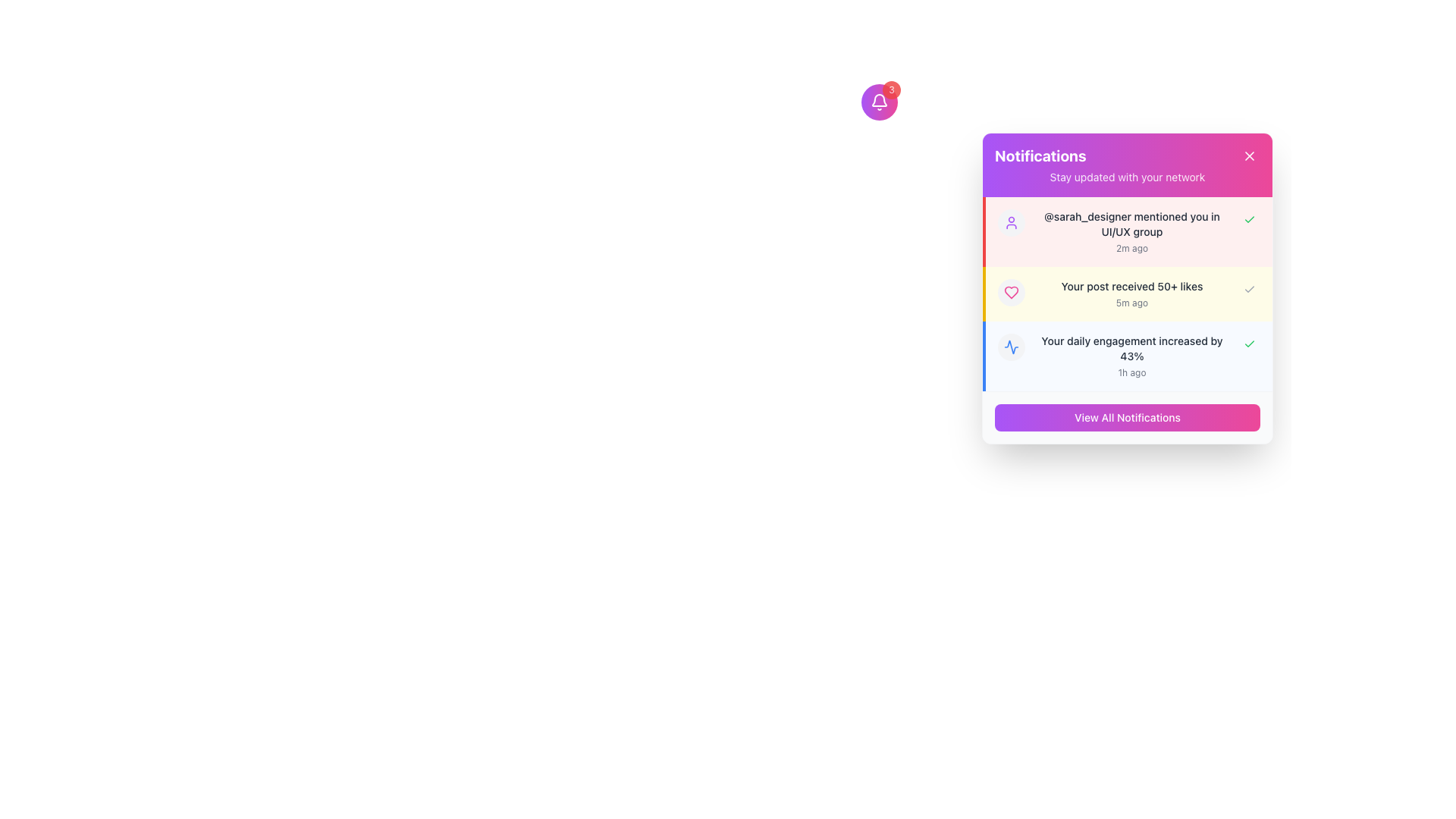  Describe the element at coordinates (879, 100) in the screenshot. I see `the main curved section of the bell icon in the top-right region of the user interface, which represents a notification or alert symbol` at that location.